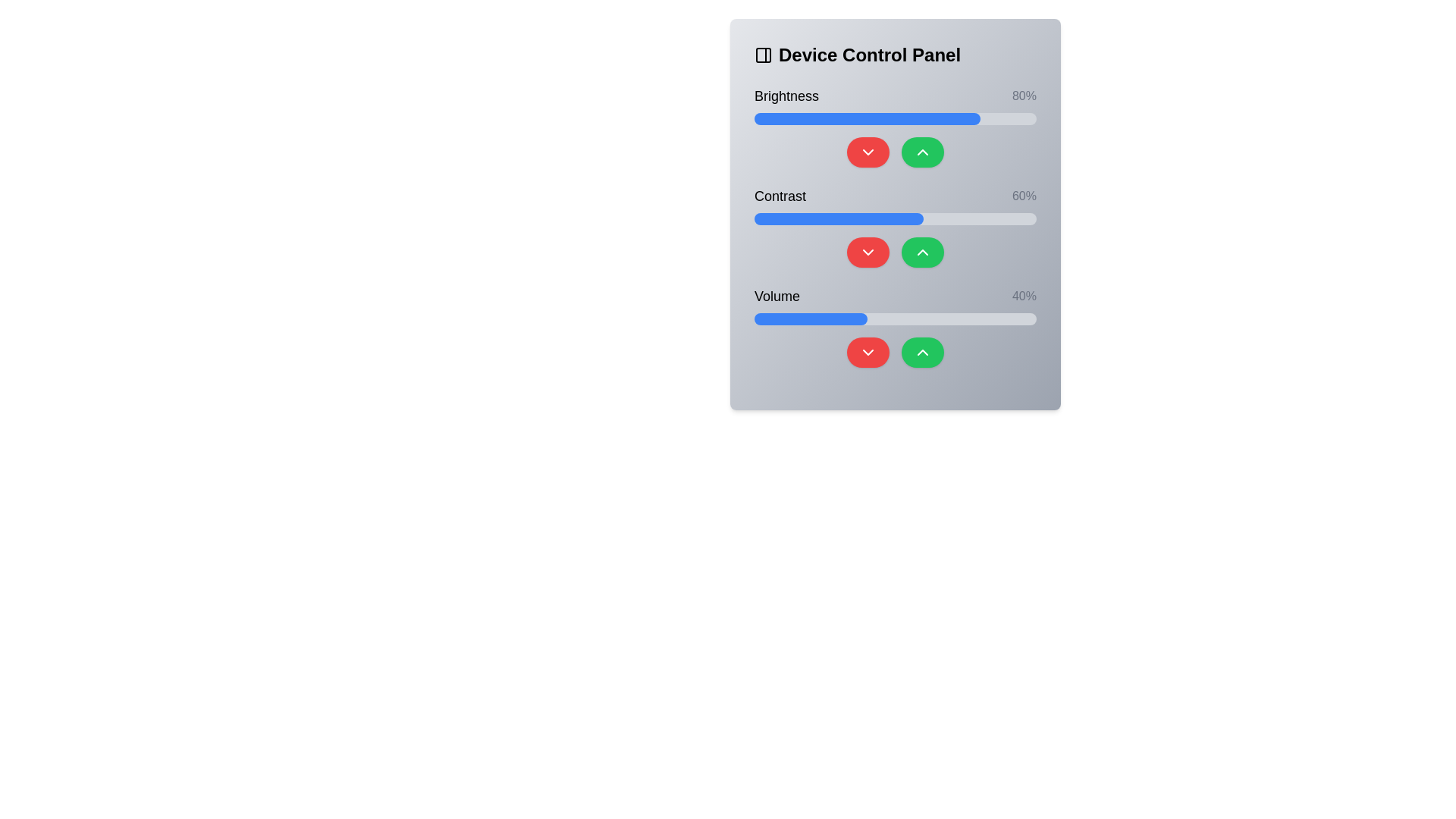 Image resolution: width=1456 pixels, height=819 pixels. Describe the element at coordinates (868, 251) in the screenshot. I see `the downward-facing chevron SVG icon, which is styled with a red background and white arrow, to decrease the value of the 'Contrast' control` at that location.